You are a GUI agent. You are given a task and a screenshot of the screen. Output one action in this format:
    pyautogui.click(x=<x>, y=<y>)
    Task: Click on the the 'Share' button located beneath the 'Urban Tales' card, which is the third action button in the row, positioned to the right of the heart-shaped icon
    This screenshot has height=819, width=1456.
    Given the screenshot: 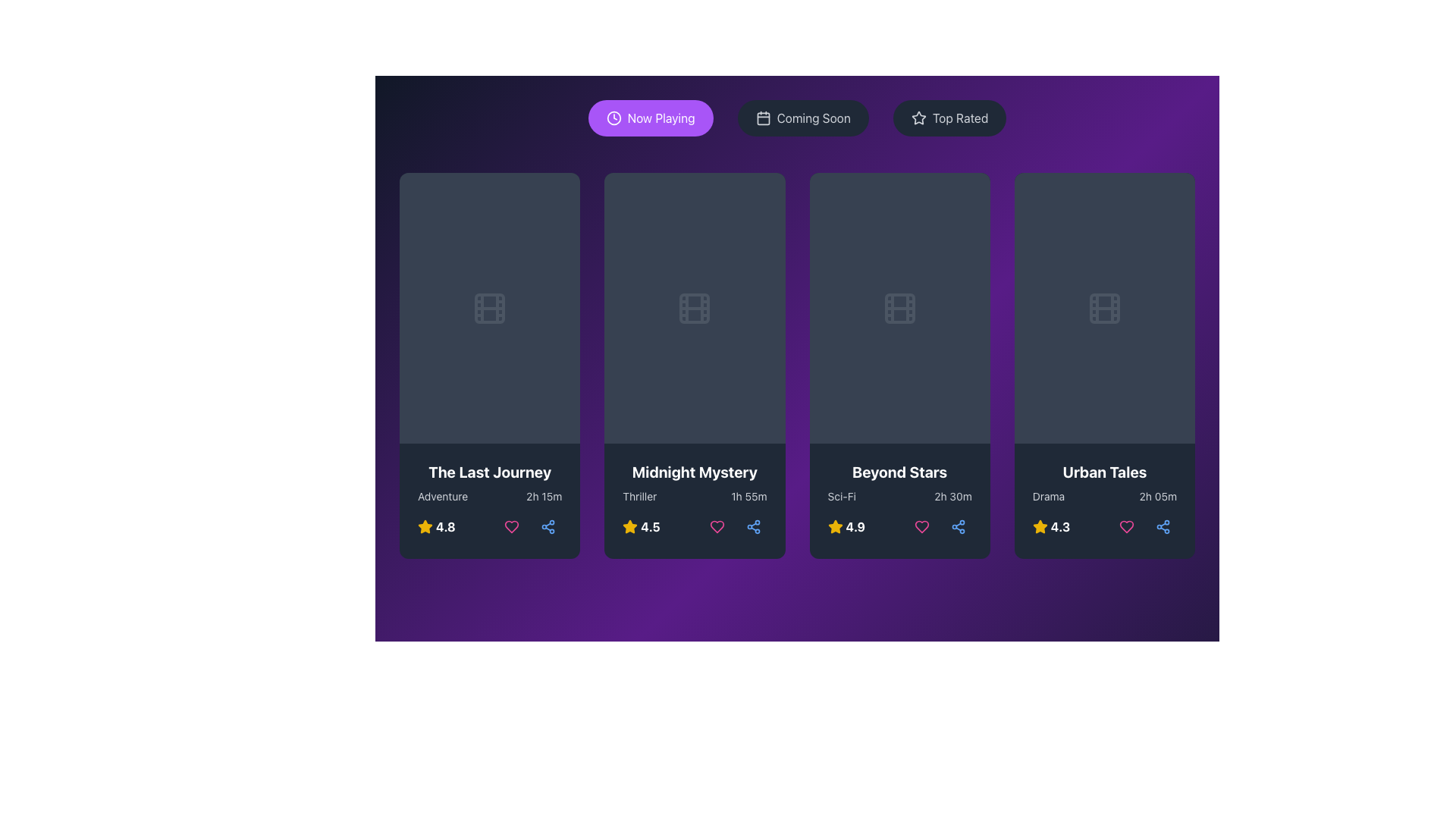 What is the action you would take?
    pyautogui.click(x=1163, y=526)
    